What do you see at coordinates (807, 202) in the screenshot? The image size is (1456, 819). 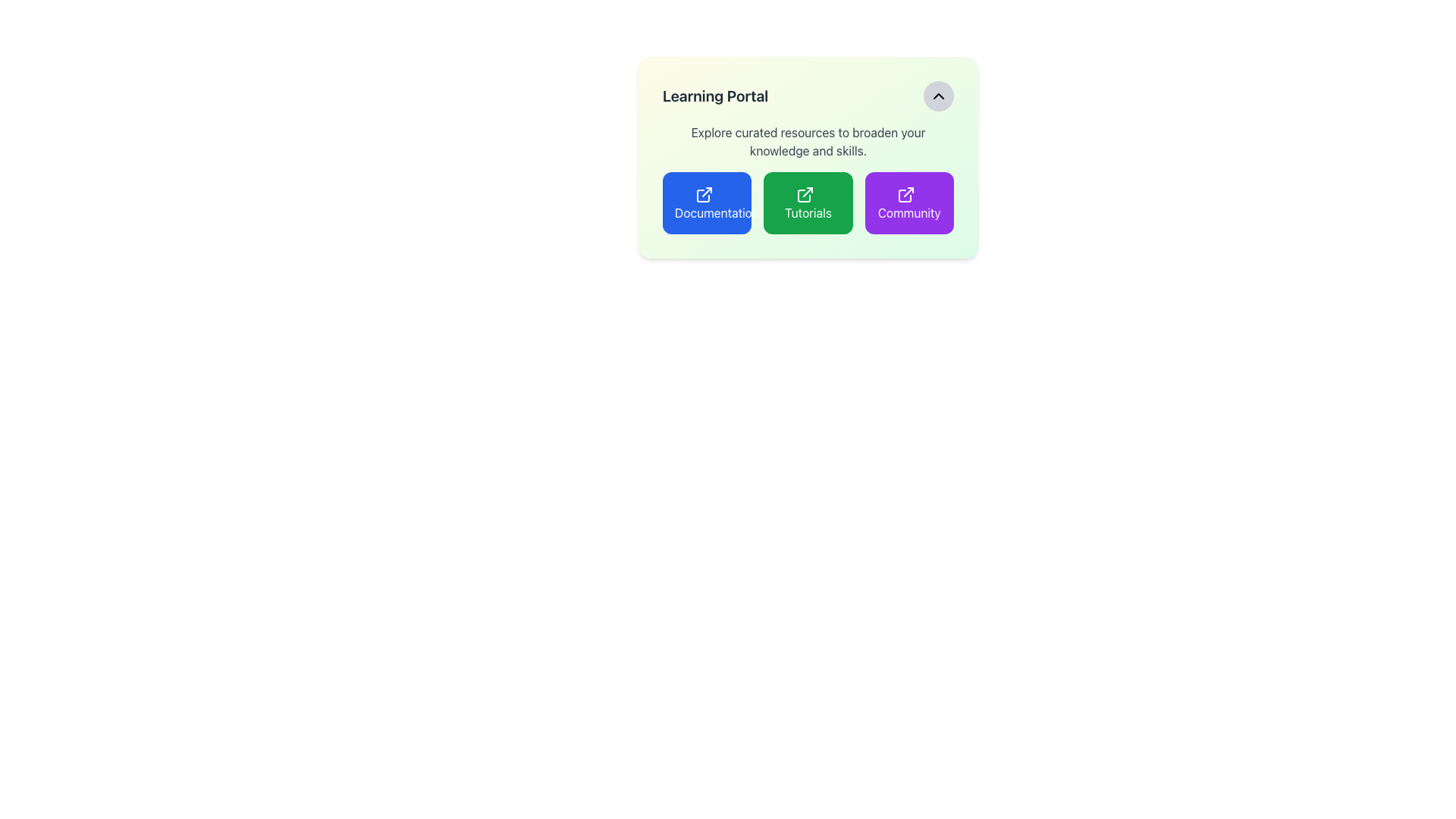 I see `the green 'Tutorials' button, which is the middle button among three buttons in the 'Learning Portal' section` at bounding box center [807, 202].